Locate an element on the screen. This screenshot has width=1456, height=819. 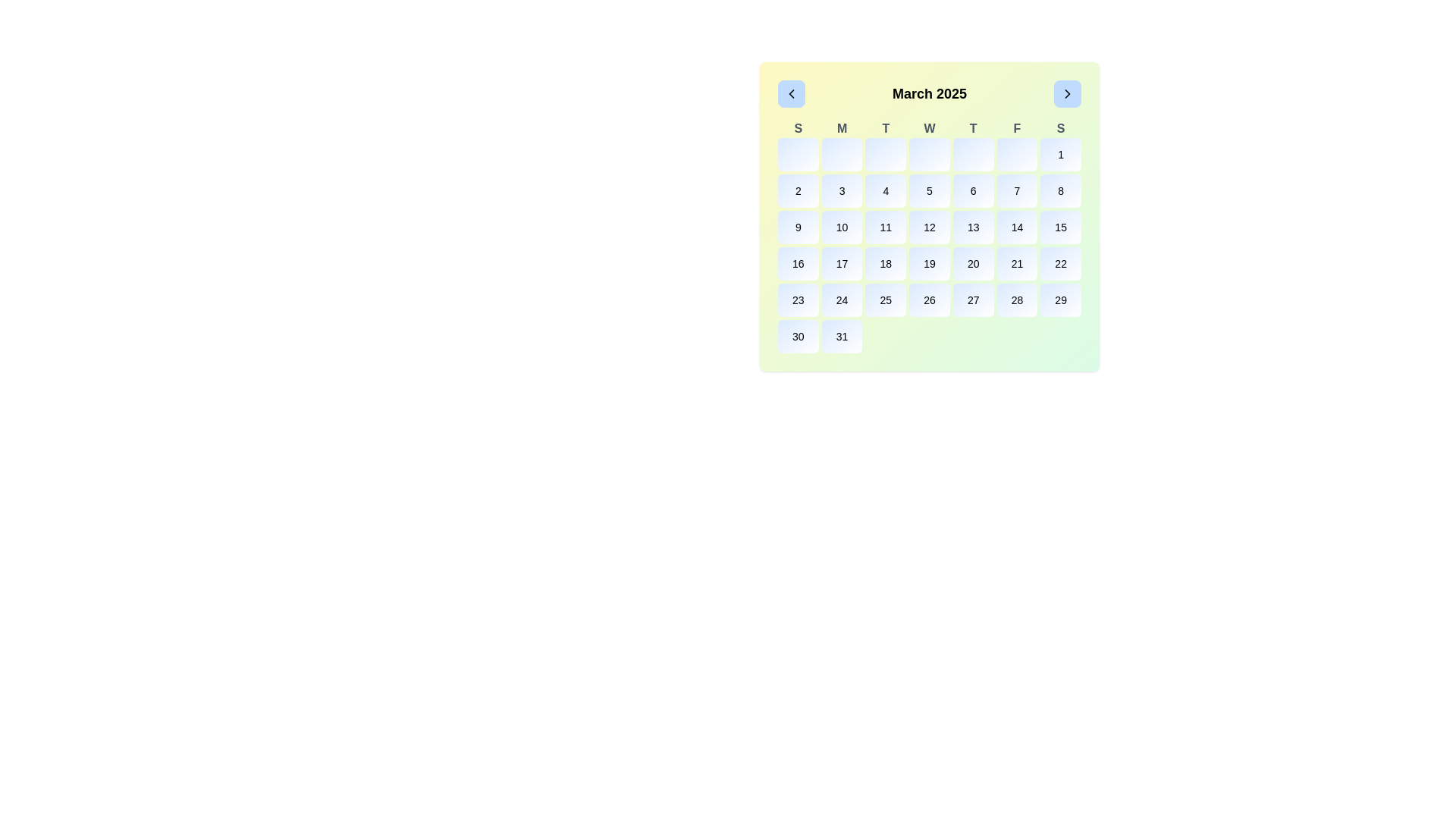
the text label indicating 'Sunday', which is the first column in the calendar labeled 'SMTWTFS' is located at coordinates (797, 127).